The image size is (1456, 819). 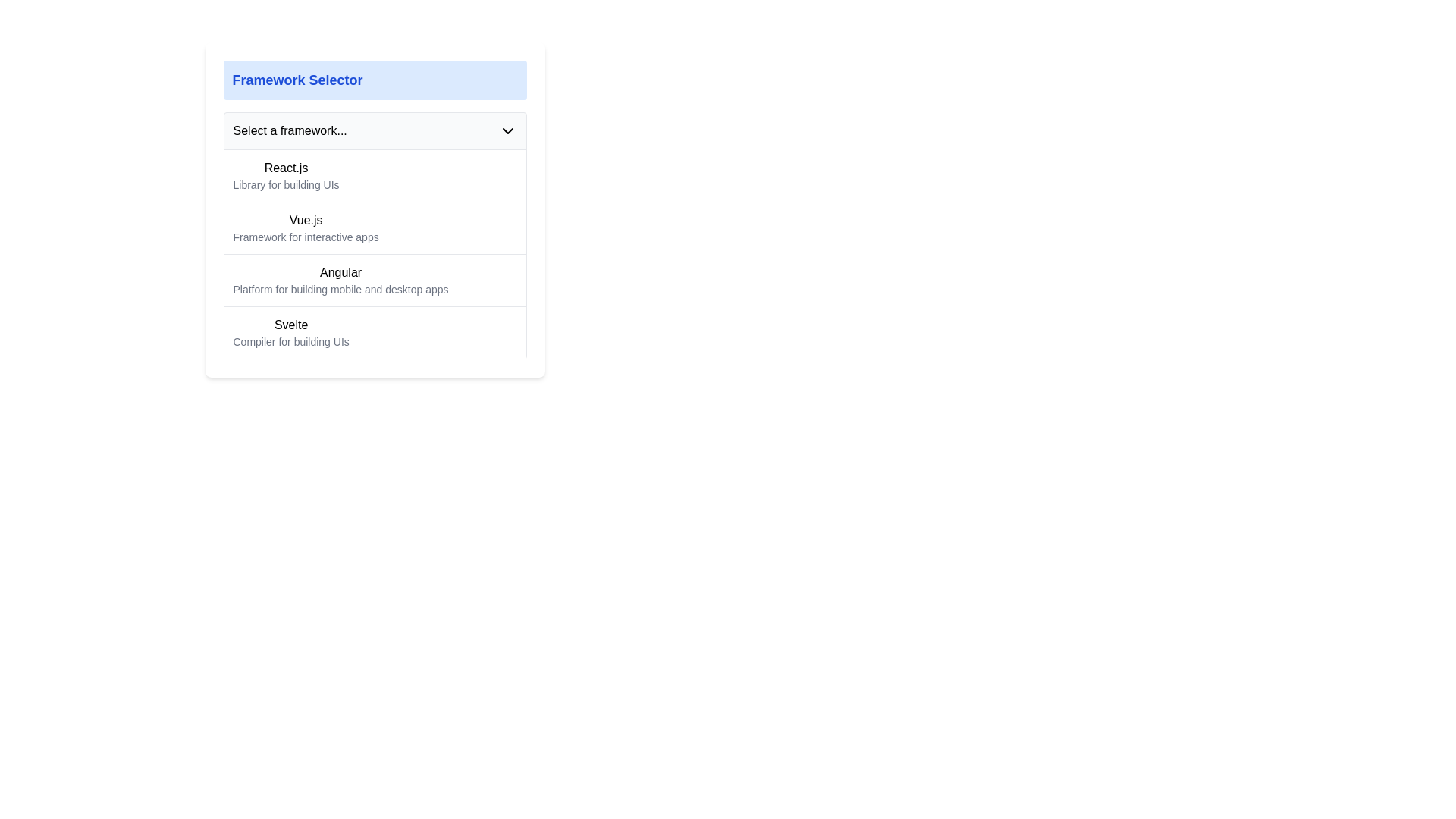 I want to click on the list item displaying 'Vue.js' in bold font, which is the second item in the dropdown list of frameworks, so click(x=305, y=227).